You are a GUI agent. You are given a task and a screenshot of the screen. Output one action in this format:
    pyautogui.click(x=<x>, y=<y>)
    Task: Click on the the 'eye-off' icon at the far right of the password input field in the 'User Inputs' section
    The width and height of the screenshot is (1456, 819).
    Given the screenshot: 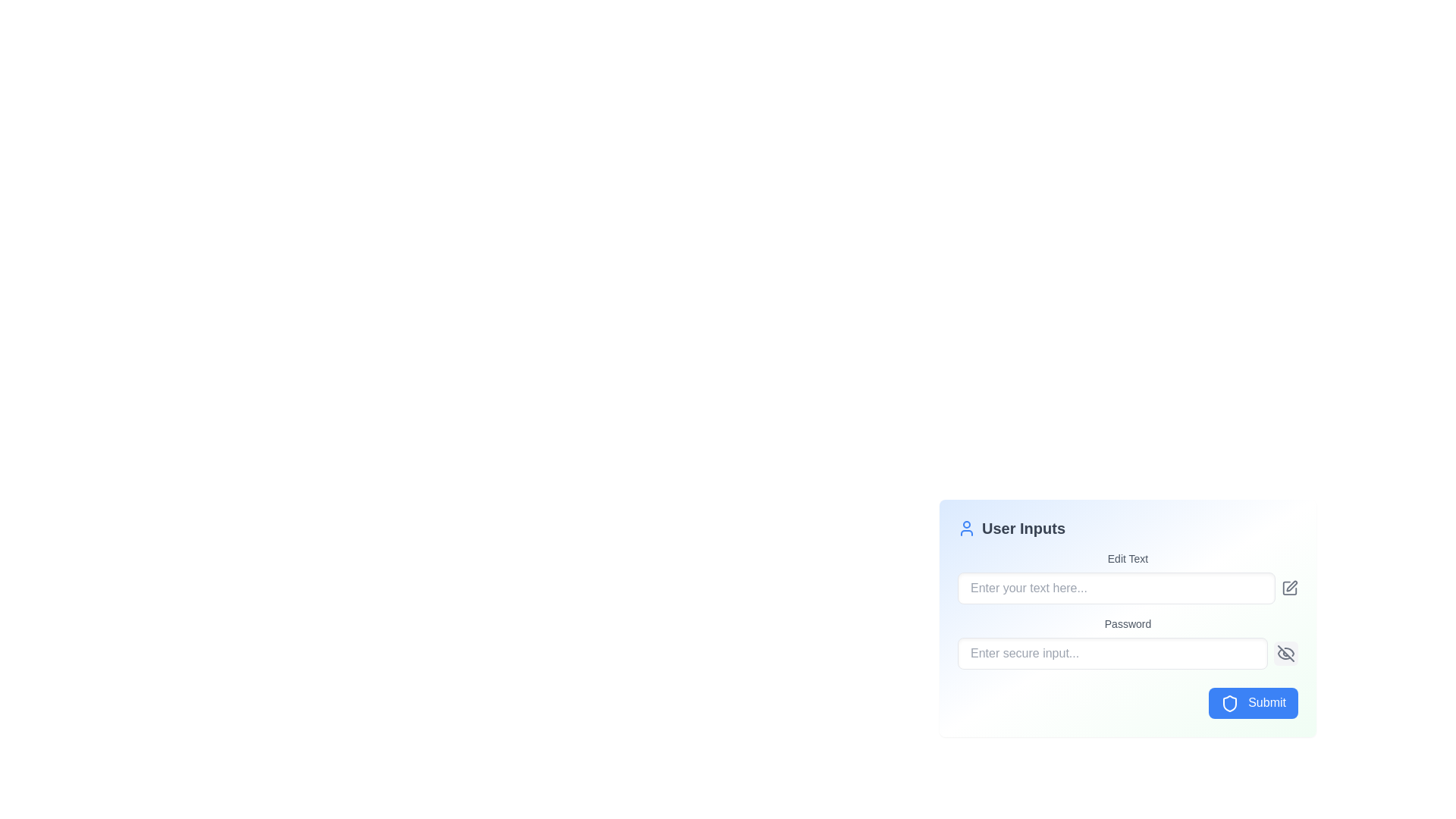 What is the action you would take?
    pyautogui.click(x=1285, y=652)
    